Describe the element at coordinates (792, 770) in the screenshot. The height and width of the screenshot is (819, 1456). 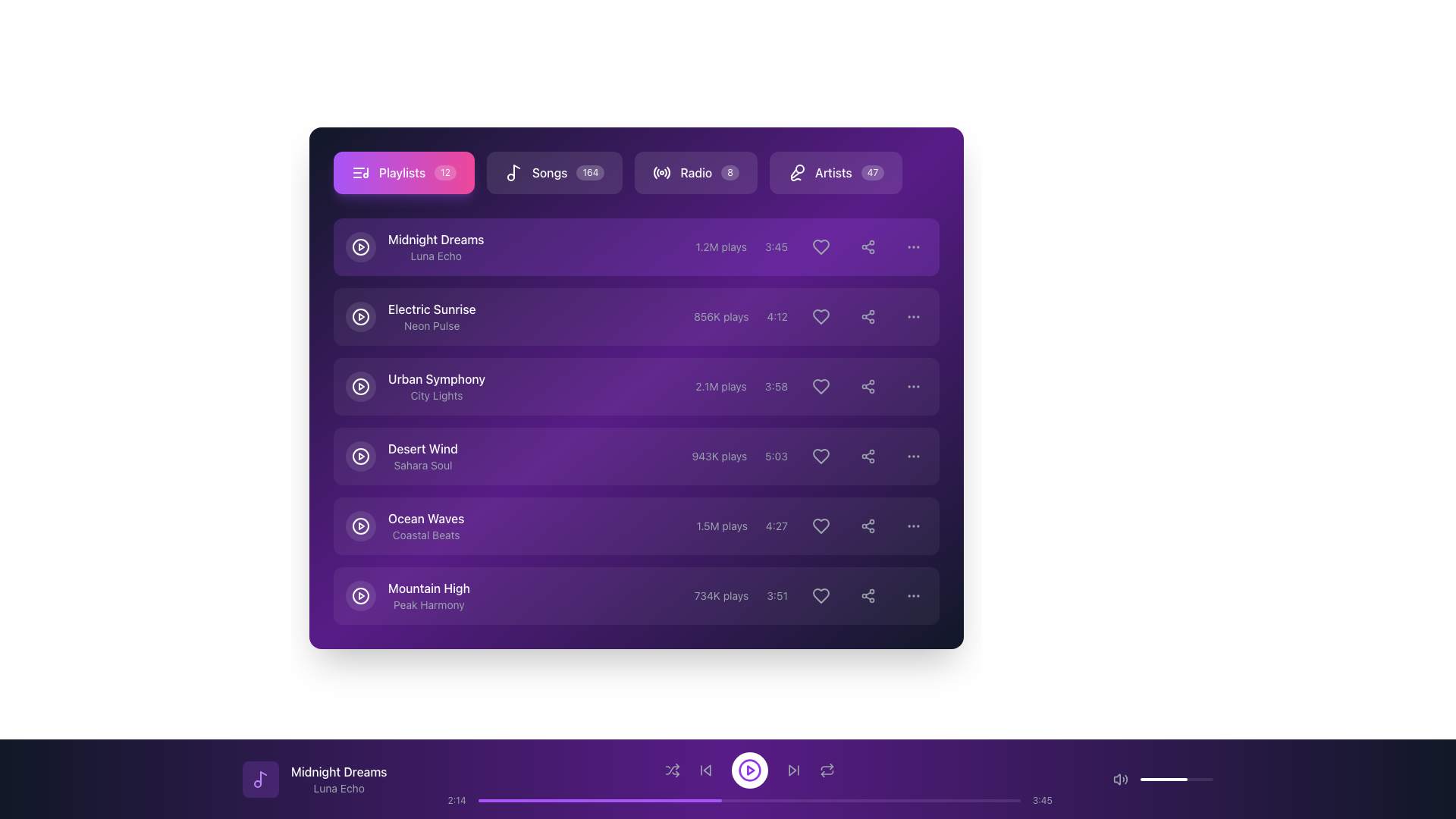
I see `the media control icon located in the bottom navigation bar, which allows users to skip to the next track` at that location.